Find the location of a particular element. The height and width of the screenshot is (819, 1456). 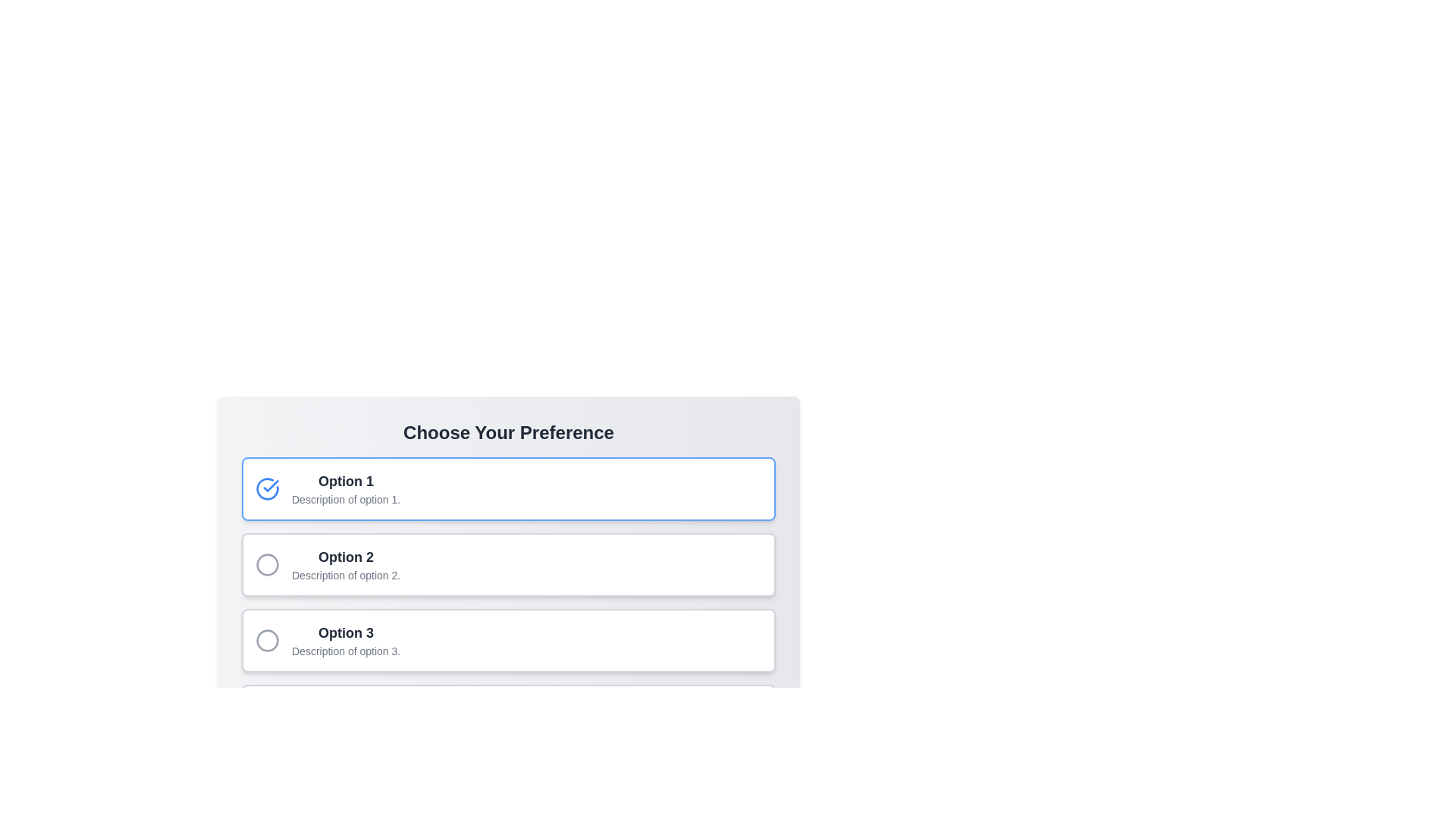

the text label that identifies the second selectable option, located beneath the heading 'Choose Your Preference' and between 'Option 1' and 'Option 3' is located at coordinates (345, 557).